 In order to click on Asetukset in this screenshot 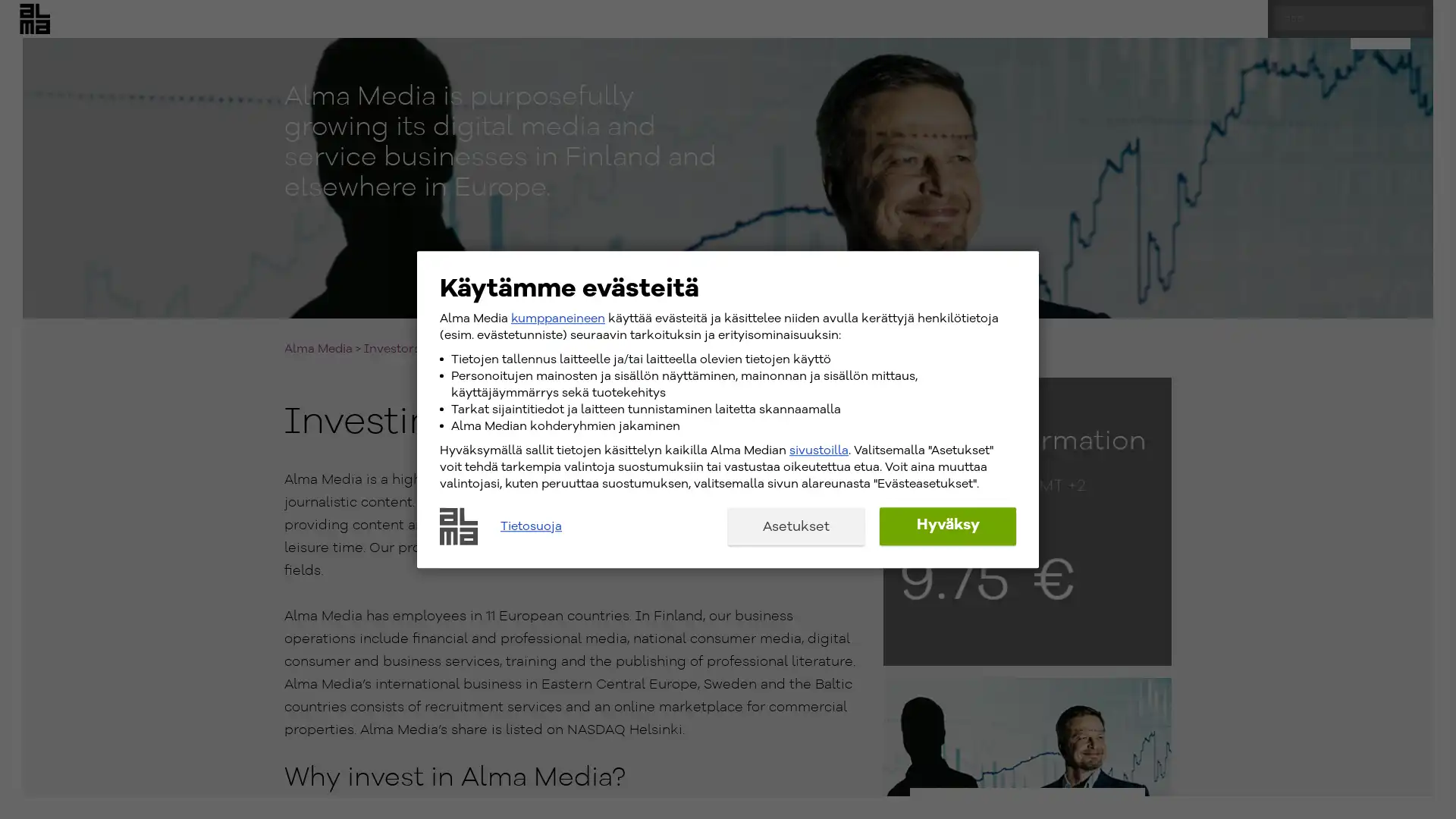, I will do `click(795, 525)`.